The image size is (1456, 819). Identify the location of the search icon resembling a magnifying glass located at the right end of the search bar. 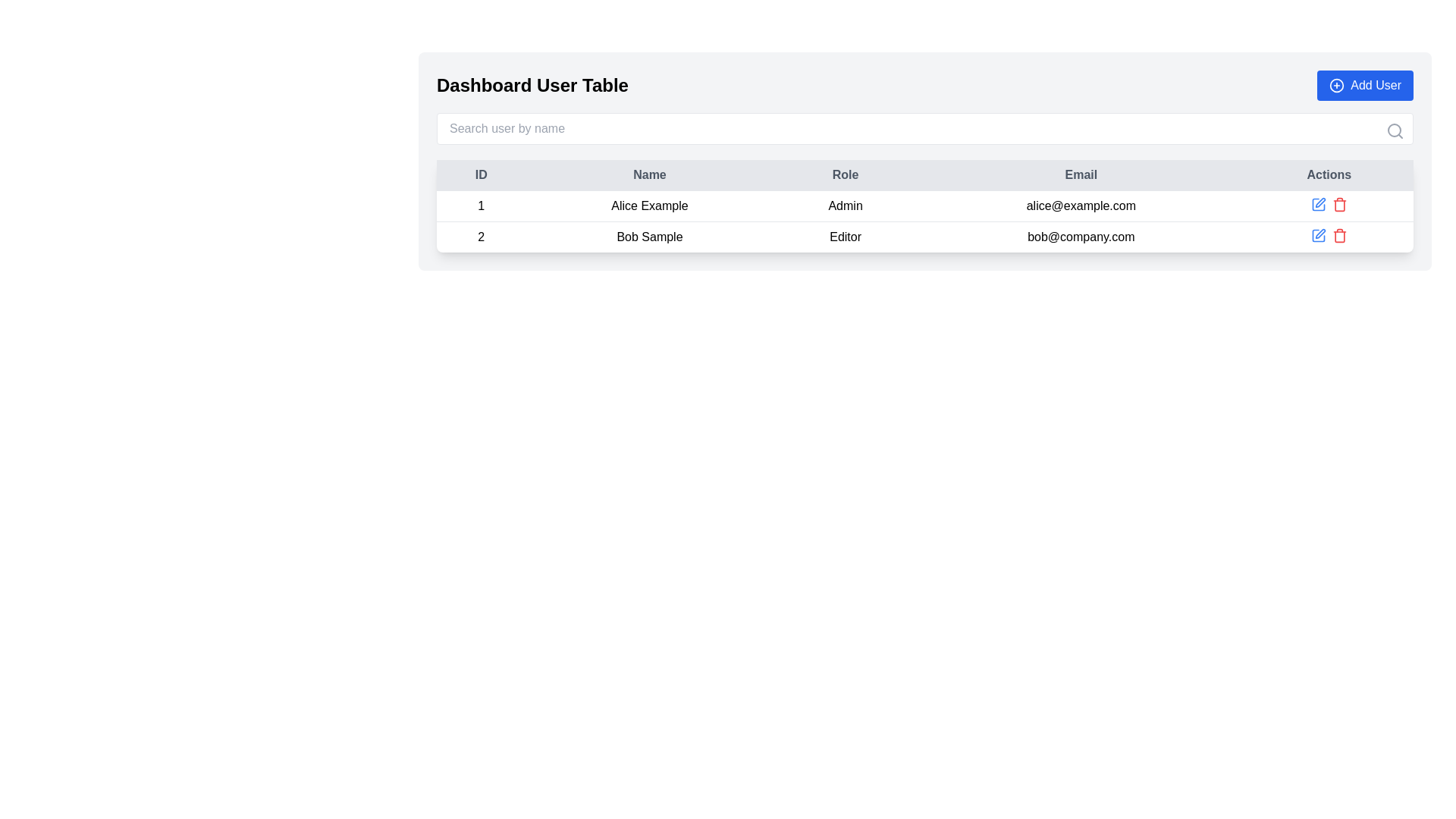
(1395, 130).